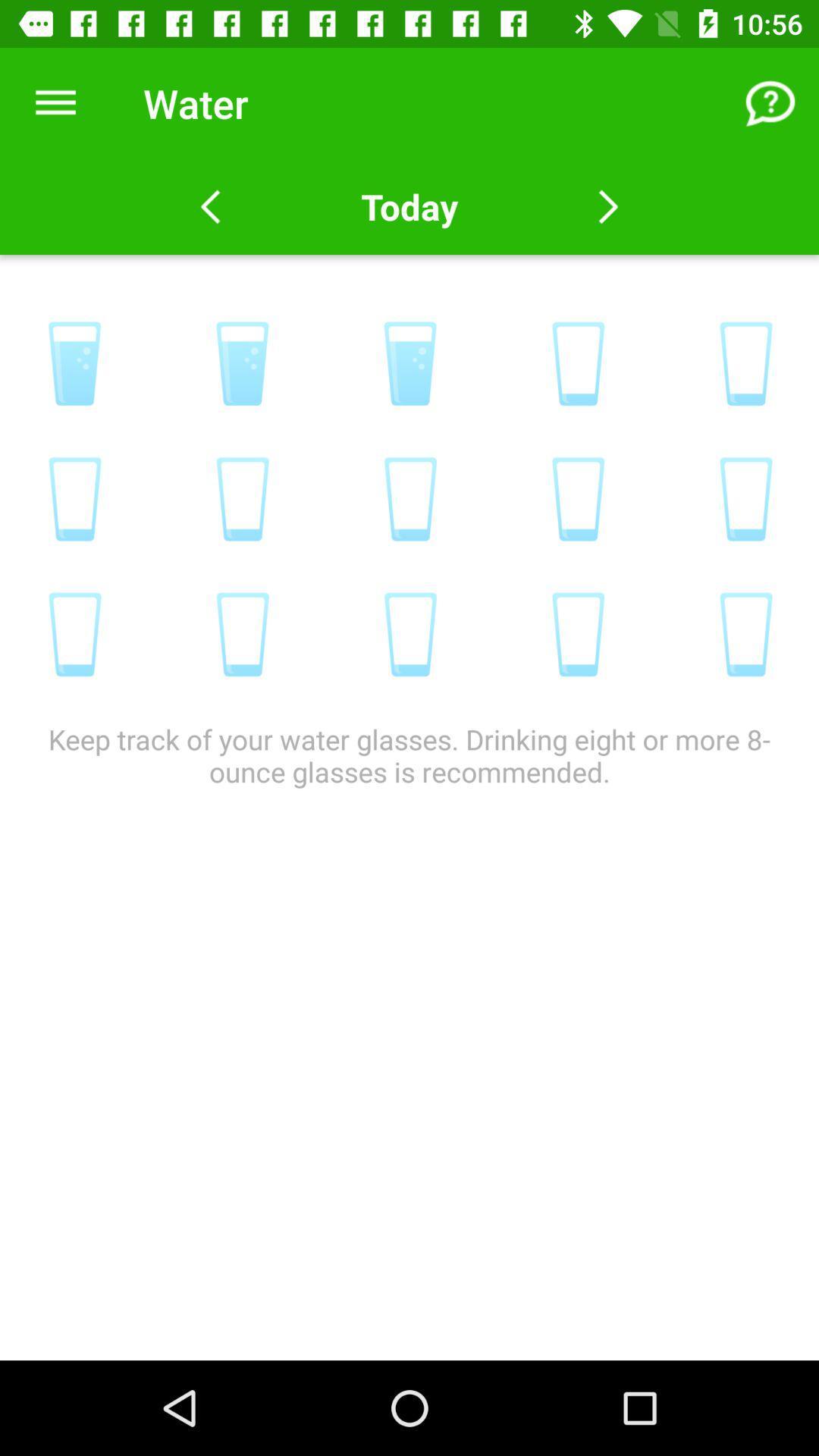 This screenshot has width=819, height=1456. Describe the element at coordinates (210, 206) in the screenshot. I see `back` at that location.